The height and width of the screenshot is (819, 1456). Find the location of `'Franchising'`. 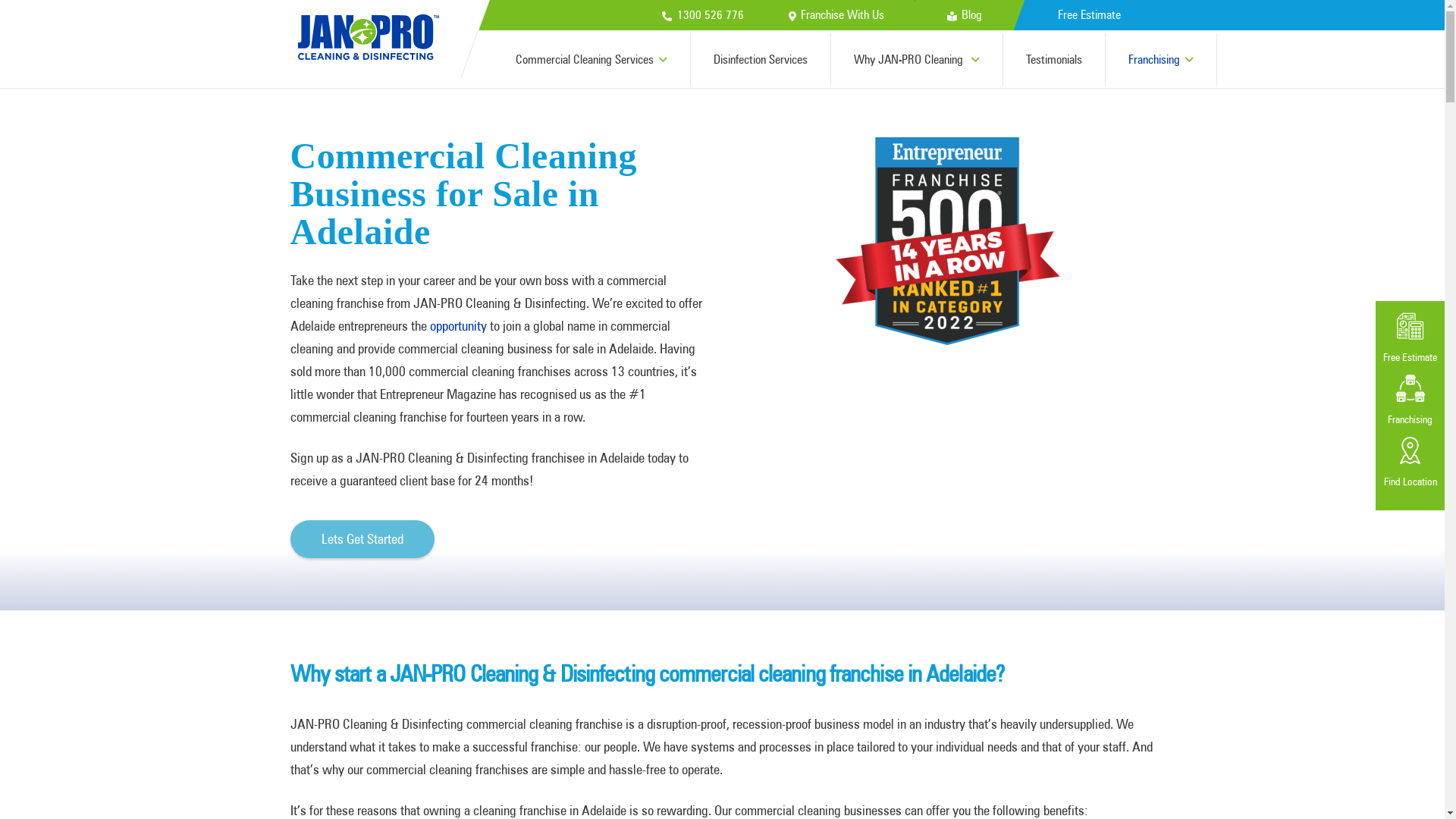

'Franchising' is located at coordinates (1160, 58).